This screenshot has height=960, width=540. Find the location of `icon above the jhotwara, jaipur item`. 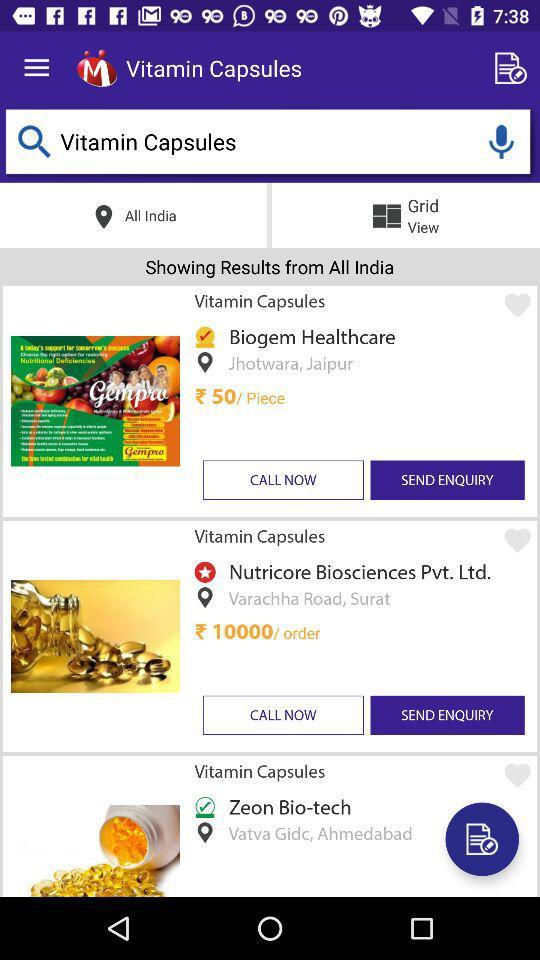

icon above the jhotwara, jaipur item is located at coordinates (308, 336).